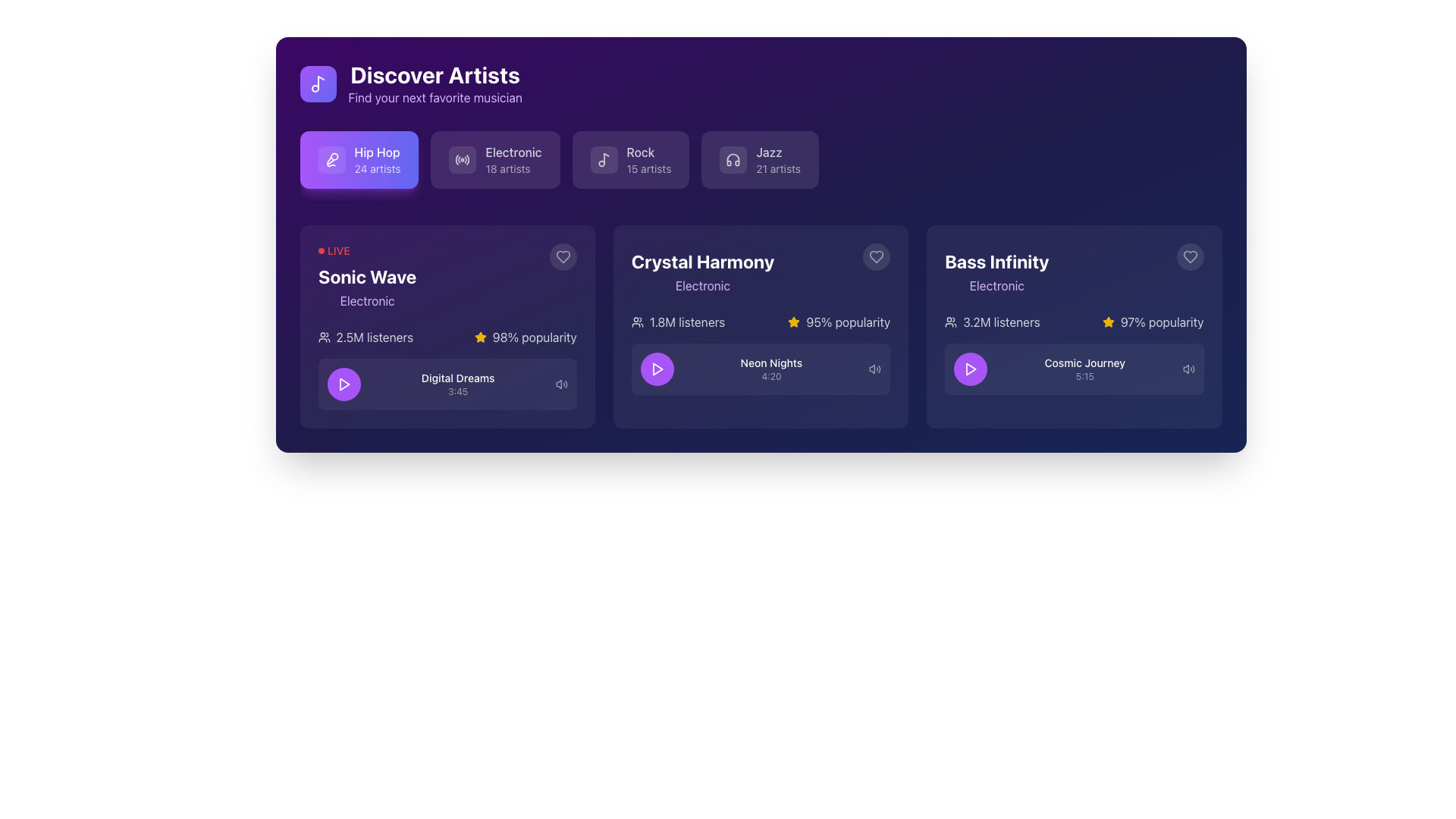  Describe the element at coordinates (877, 256) in the screenshot. I see `the favorite or like button located in the top-right corner of the 'Crystal Harmony' card` at that location.